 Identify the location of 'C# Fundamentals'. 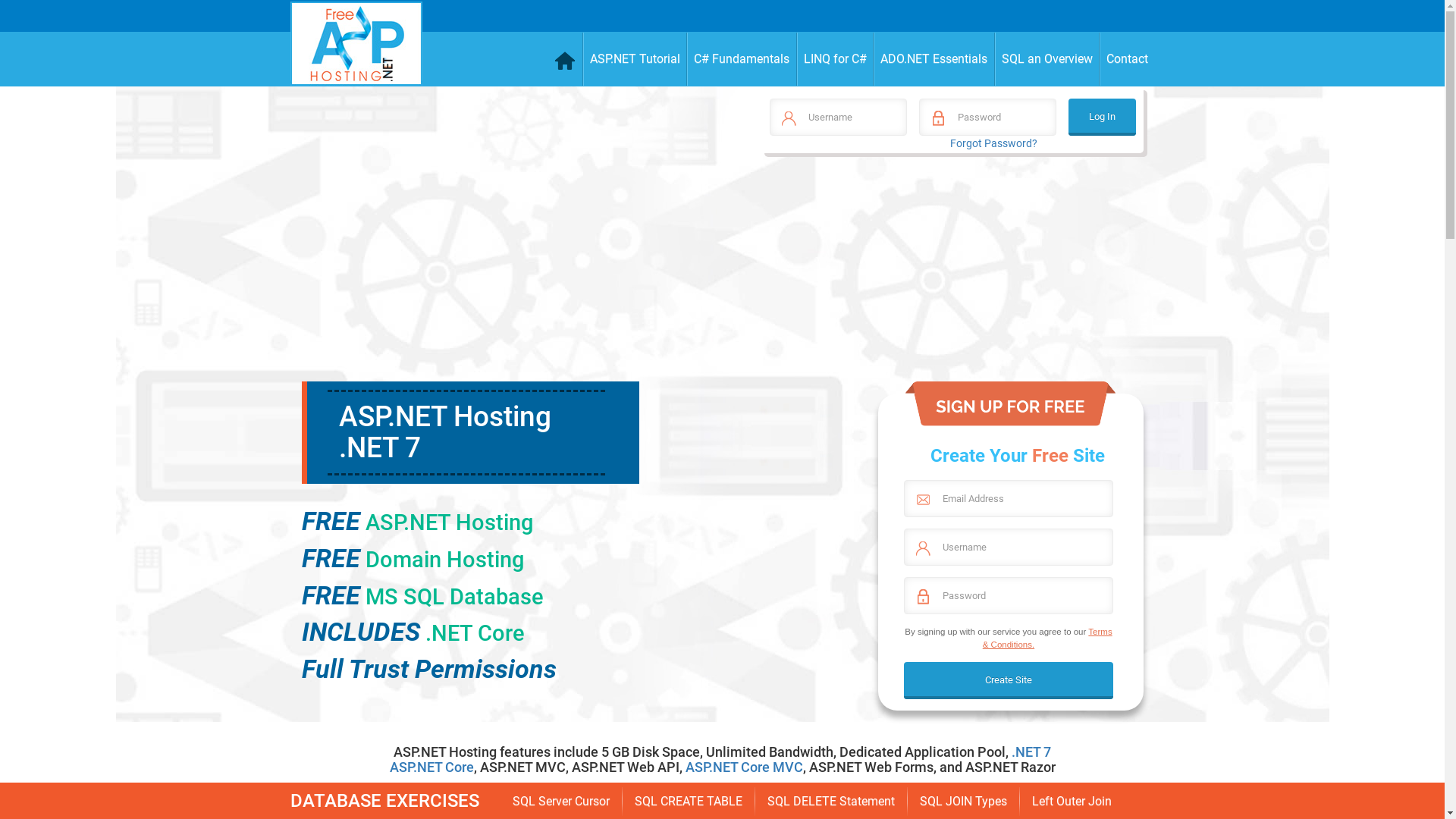
(742, 58).